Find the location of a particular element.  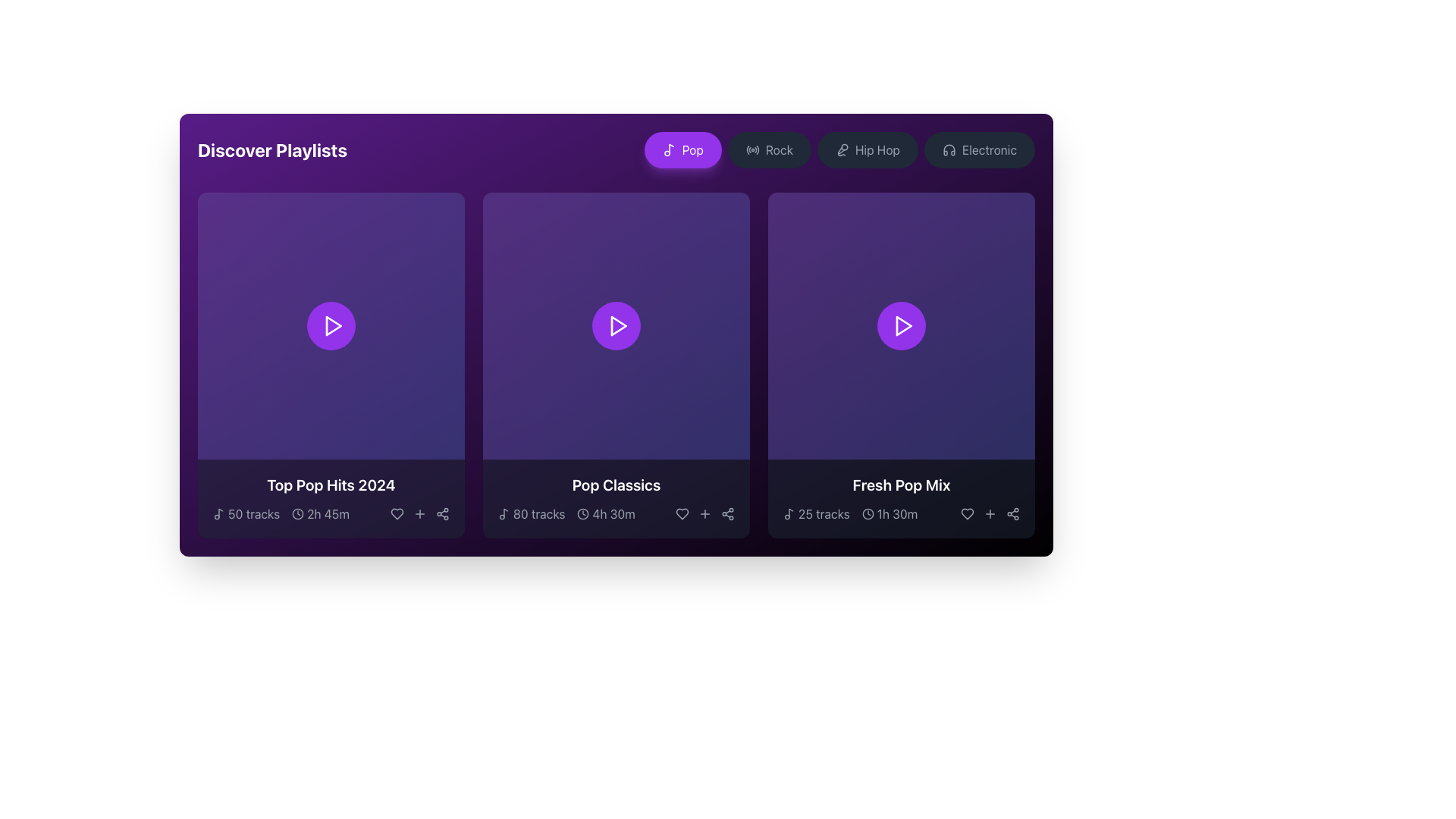

the musical note icon located on the left side beneath the 'Top Pop Hits 2024' card in the 'Discover Playlists' section to understand its information is located at coordinates (218, 513).